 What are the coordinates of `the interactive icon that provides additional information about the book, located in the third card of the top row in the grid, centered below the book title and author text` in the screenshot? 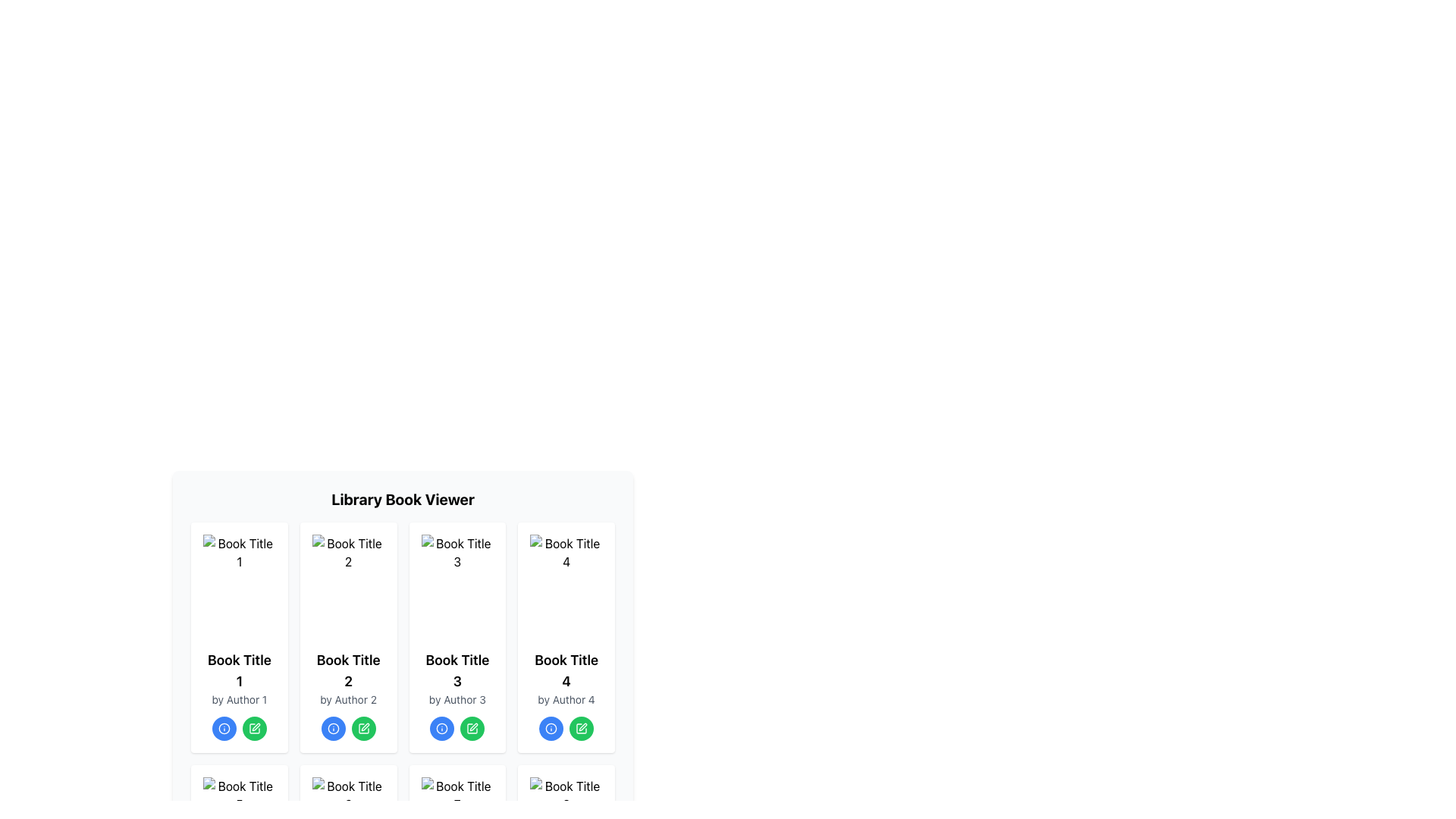 It's located at (441, 727).